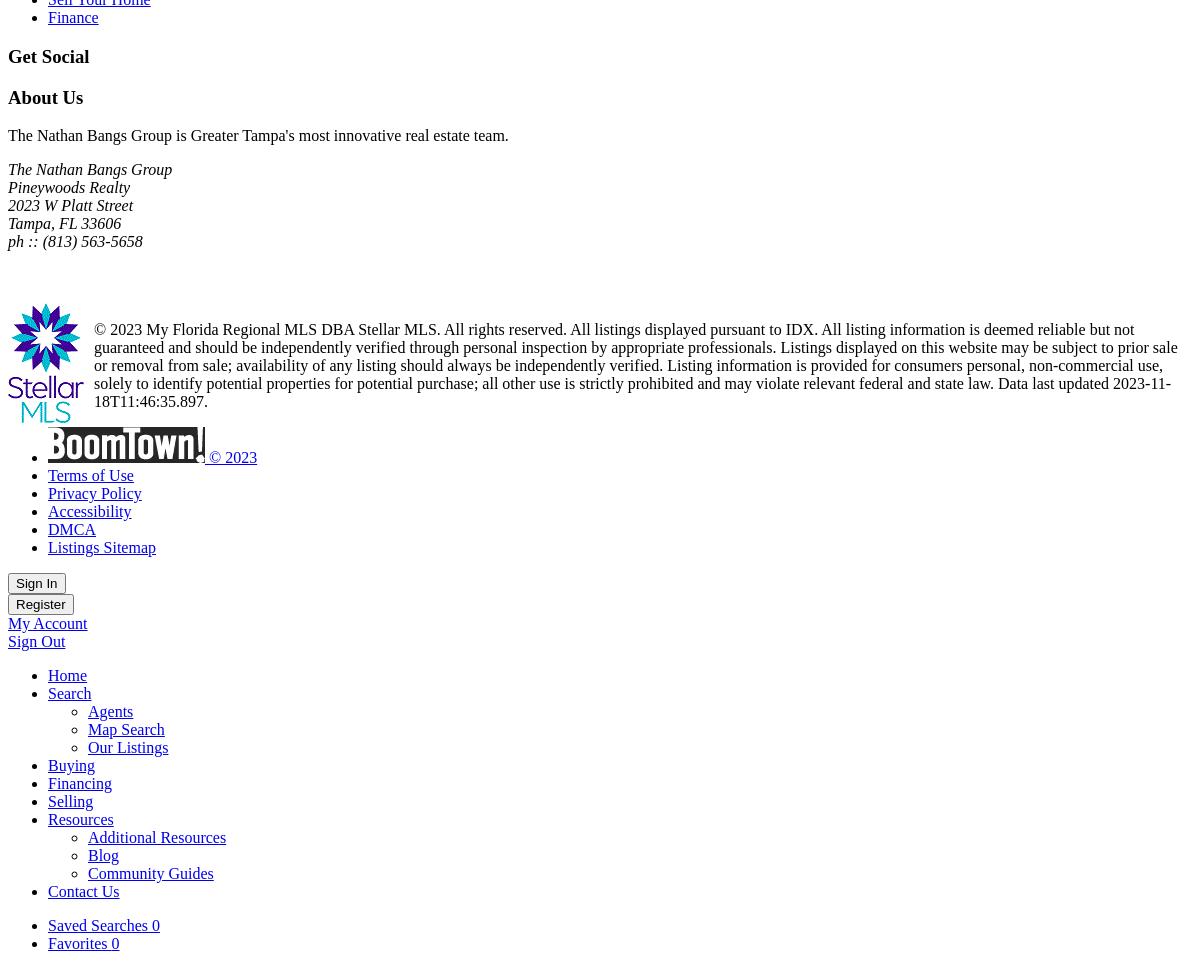 This screenshot has height=967, width=1200. I want to click on 'ph :: (813) 563-5658', so click(75, 241).